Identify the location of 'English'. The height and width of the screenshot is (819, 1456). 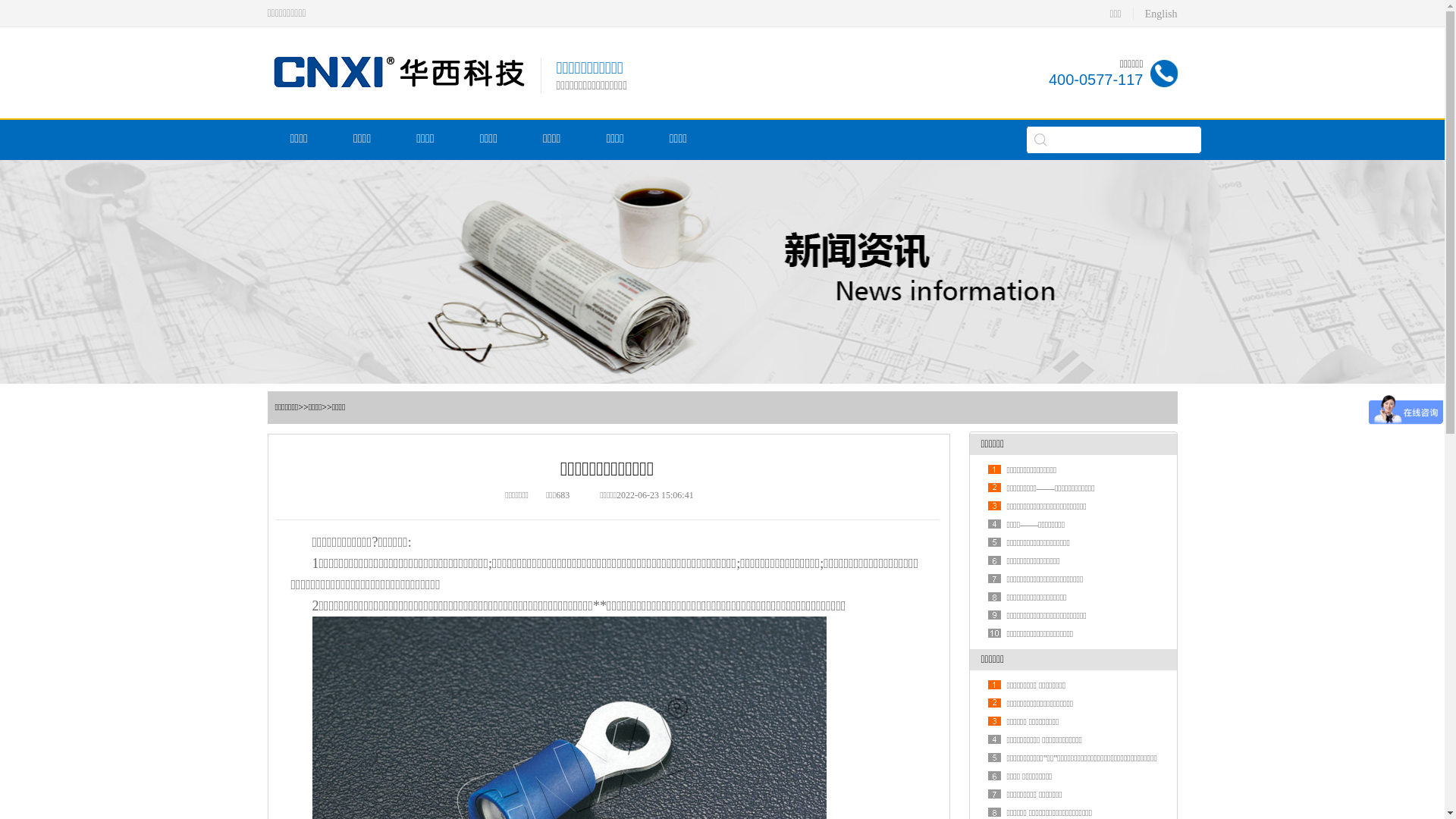
(1160, 14).